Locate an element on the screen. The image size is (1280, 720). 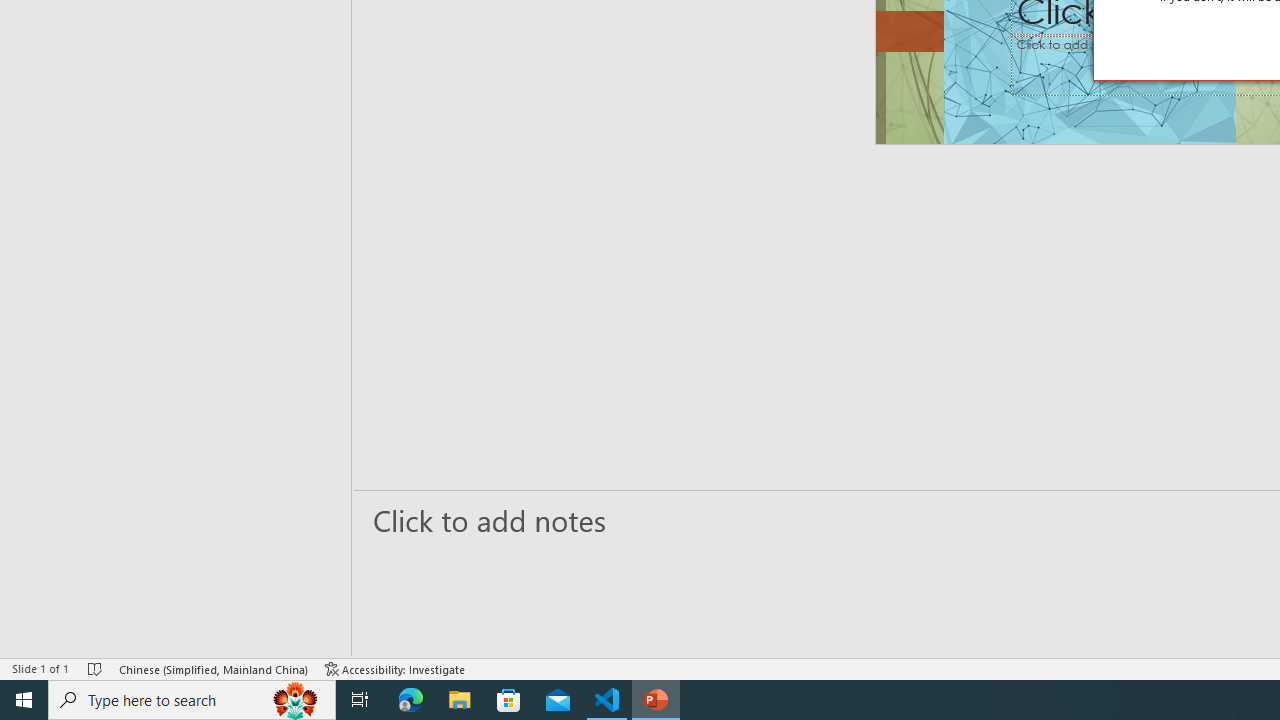
'Visual Studio Code - 1 running window' is located at coordinates (606, 698).